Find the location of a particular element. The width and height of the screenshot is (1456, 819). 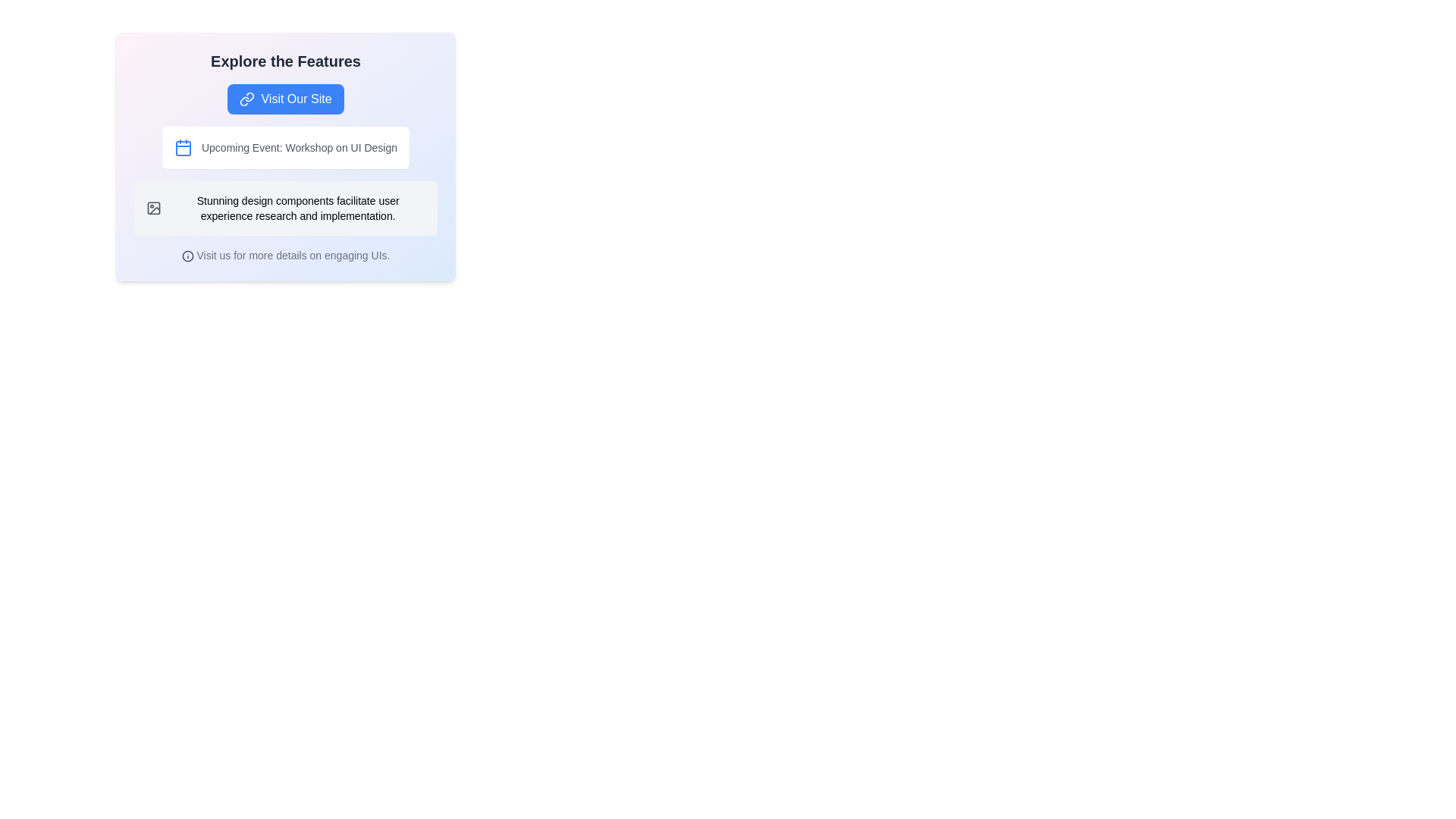

the icon located in the 'Explore the Features' section, which is directly adjacent to the text 'Upcoming Event: Workshop on UI Design.' is located at coordinates (182, 148).